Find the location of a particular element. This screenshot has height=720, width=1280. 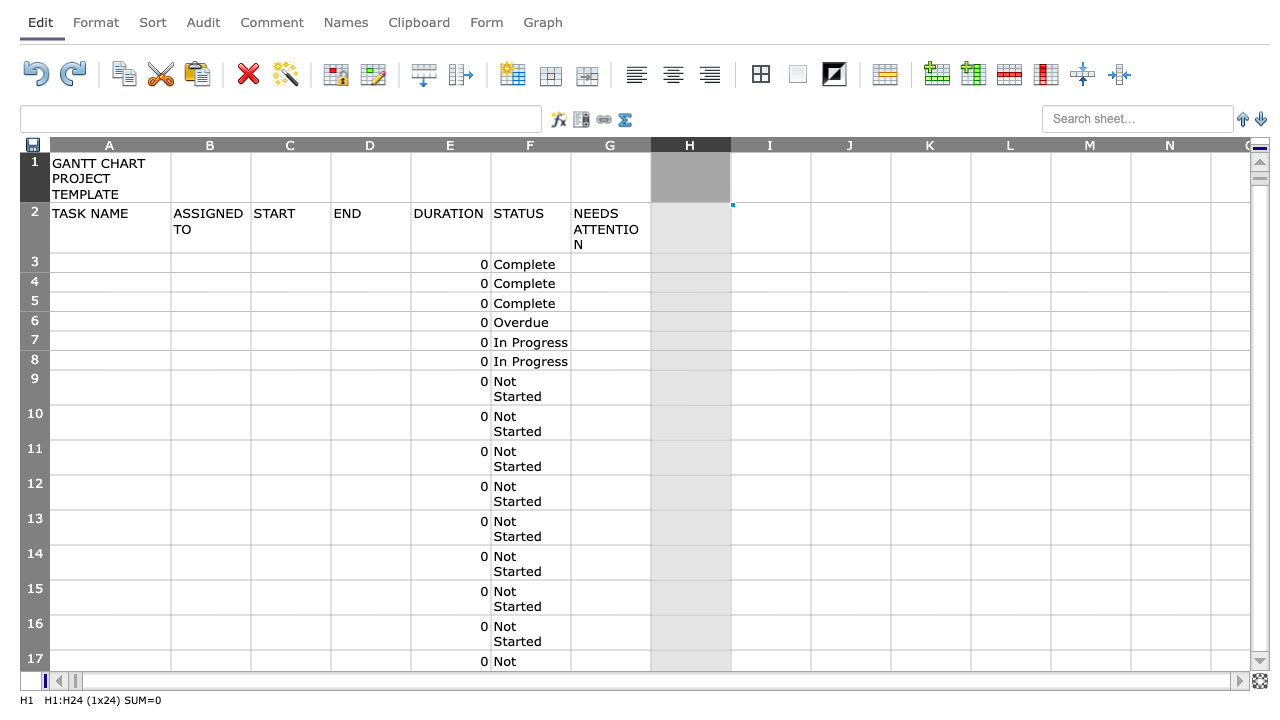

column K's width resize handle is located at coordinates (971, 143).